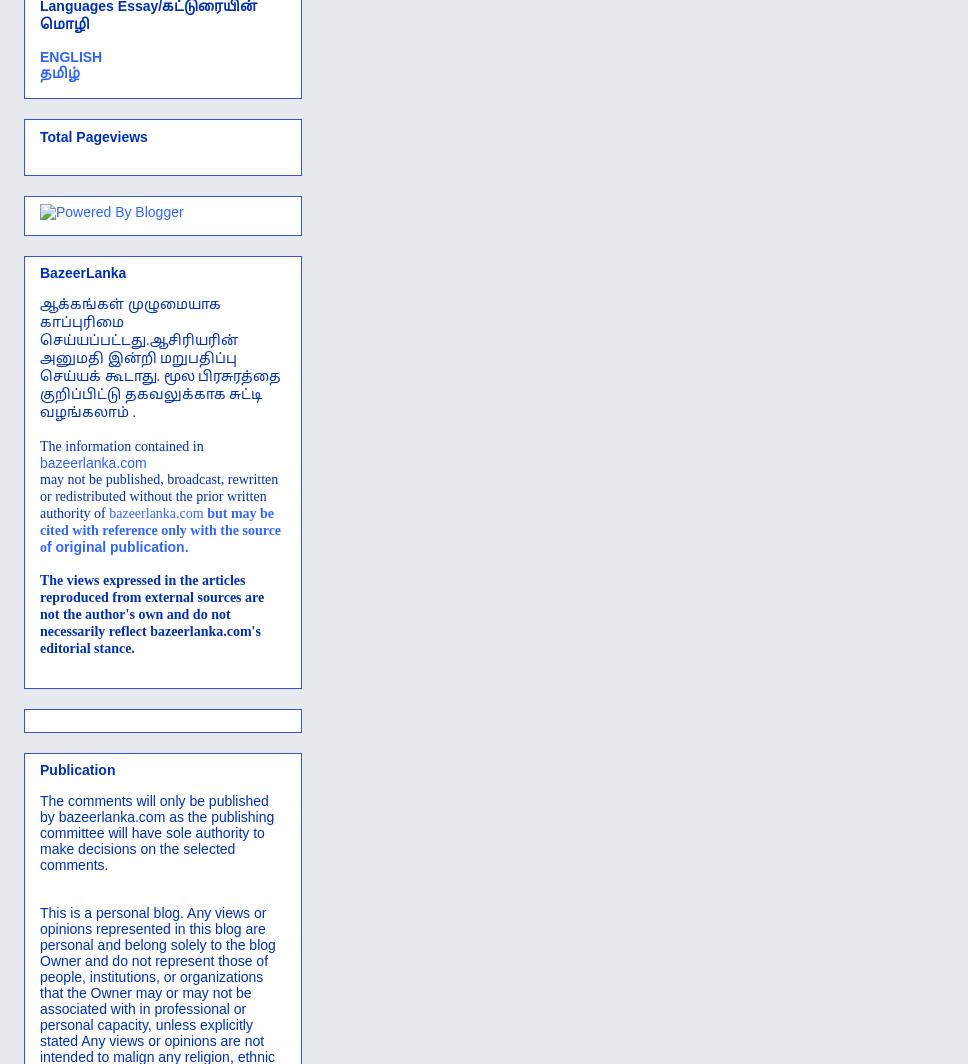 This screenshot has height=1064, width=968. What do you see at coordinates (150, 622) in the screenshot?
I see `'from external sources are not the author's own and do not necessarily reflect bazeerlanka.com's editorial stance.'` at bounding box center [150, 622].